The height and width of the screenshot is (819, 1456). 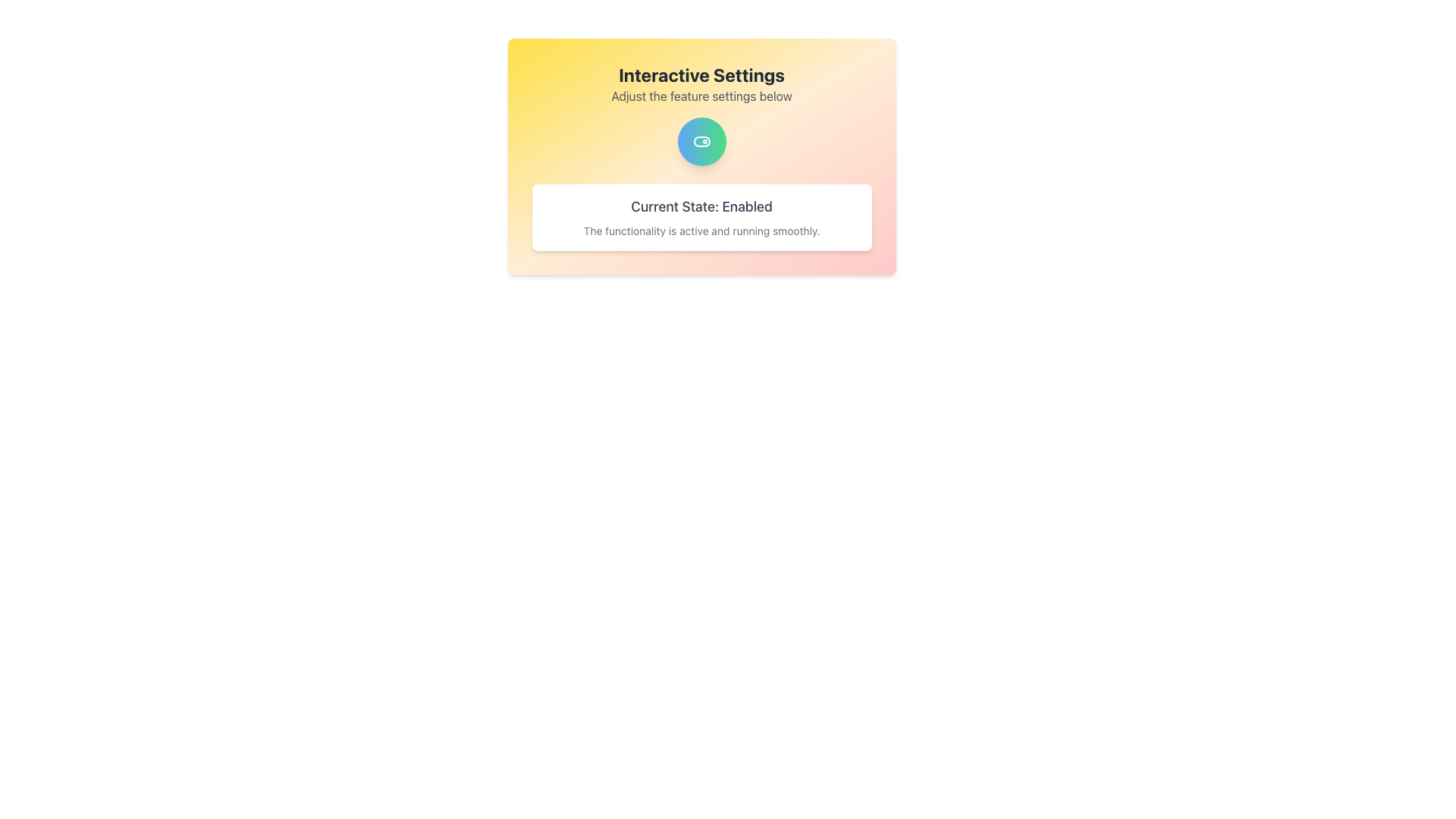 What do you see at coordinates (701, 231) in the screenshot?
I see `the text label that reads 'The functionality is active and running smoothly.', which is styled in light gray and positioned below the label 'Current State: Enabled'` at bounding box center [701, 231].